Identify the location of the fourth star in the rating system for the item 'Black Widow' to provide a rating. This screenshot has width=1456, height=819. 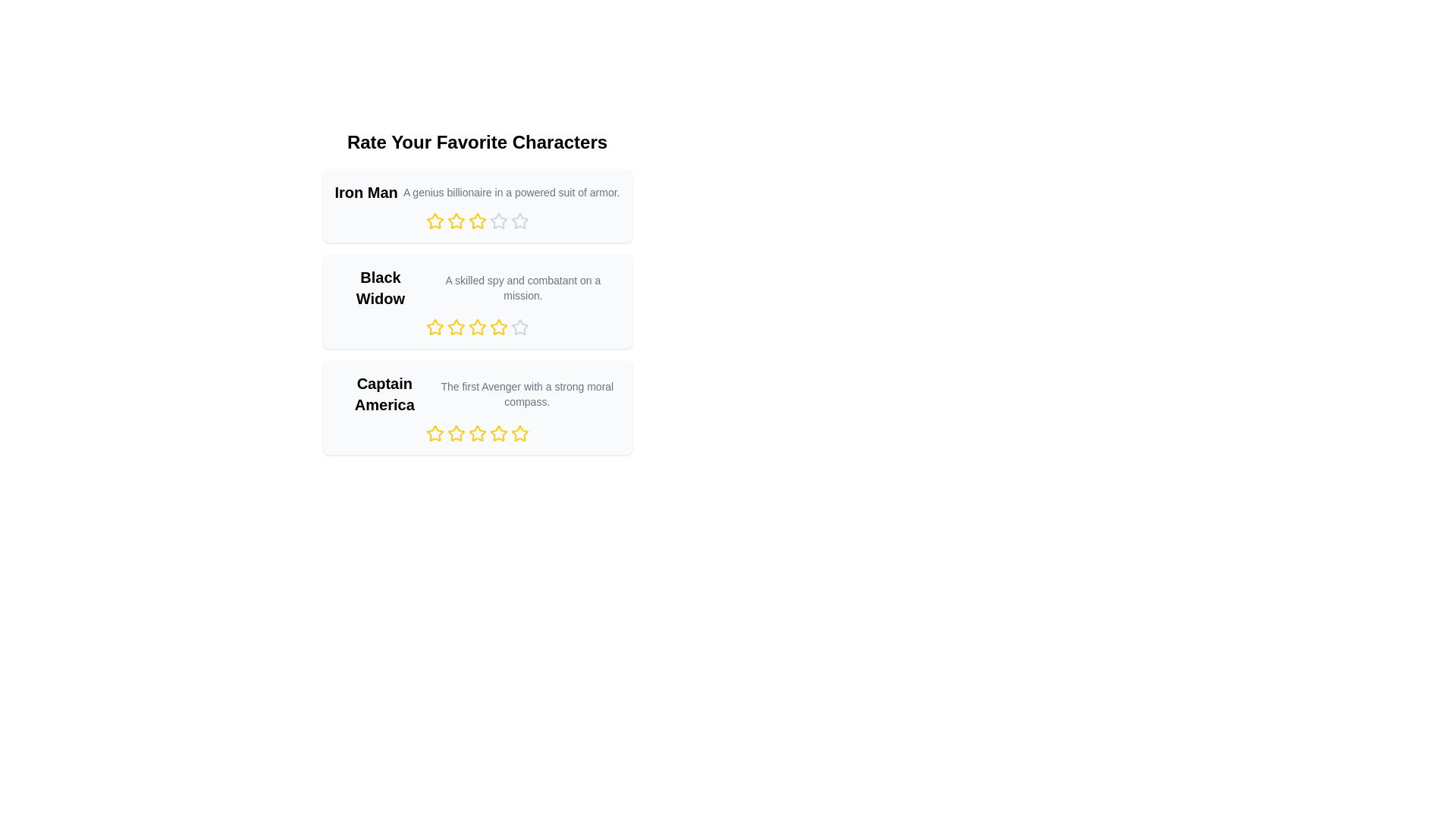
(519, 326).